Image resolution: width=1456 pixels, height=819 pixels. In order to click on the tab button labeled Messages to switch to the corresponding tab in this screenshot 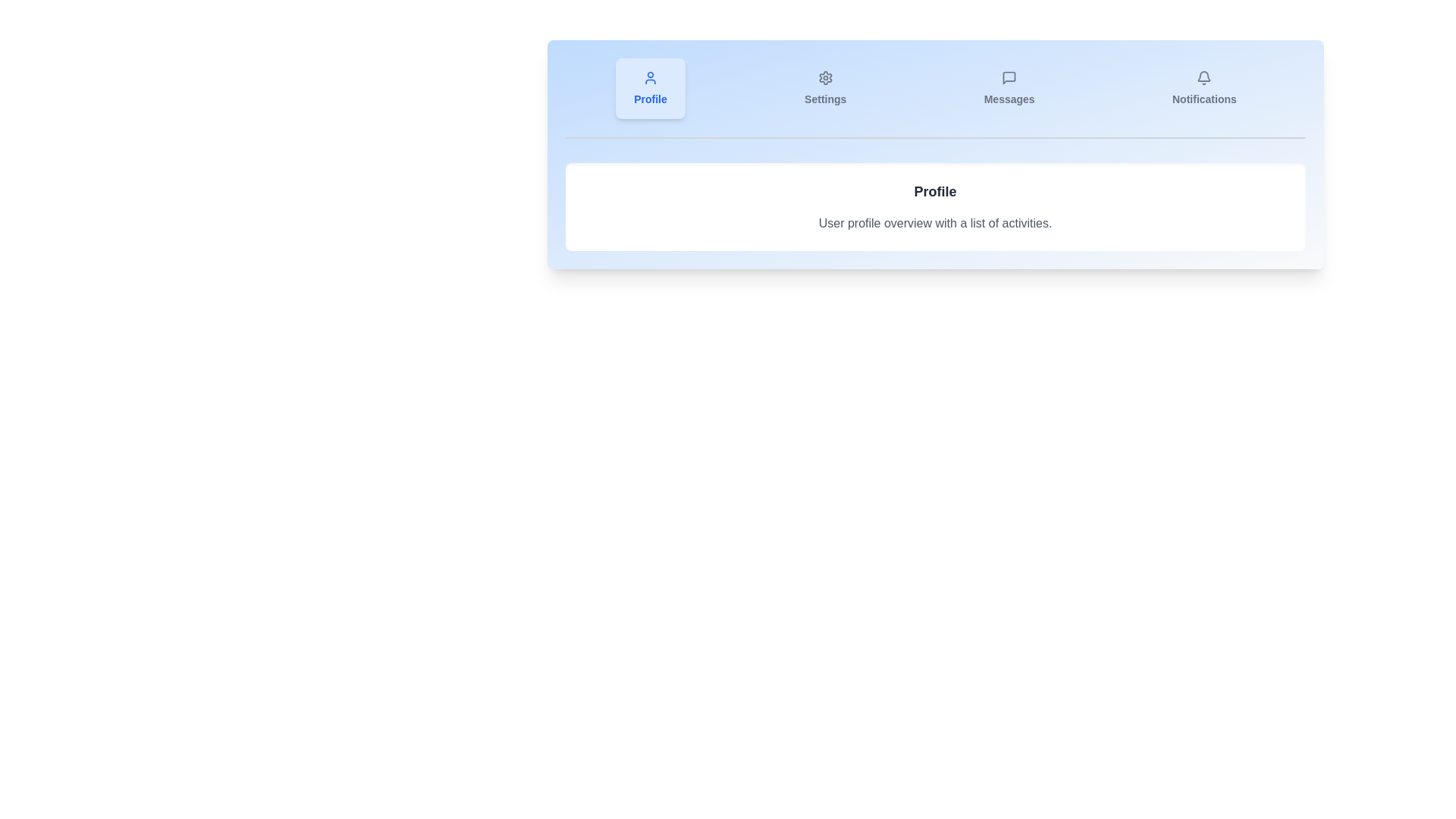, I will do `click(1009, 88)`.